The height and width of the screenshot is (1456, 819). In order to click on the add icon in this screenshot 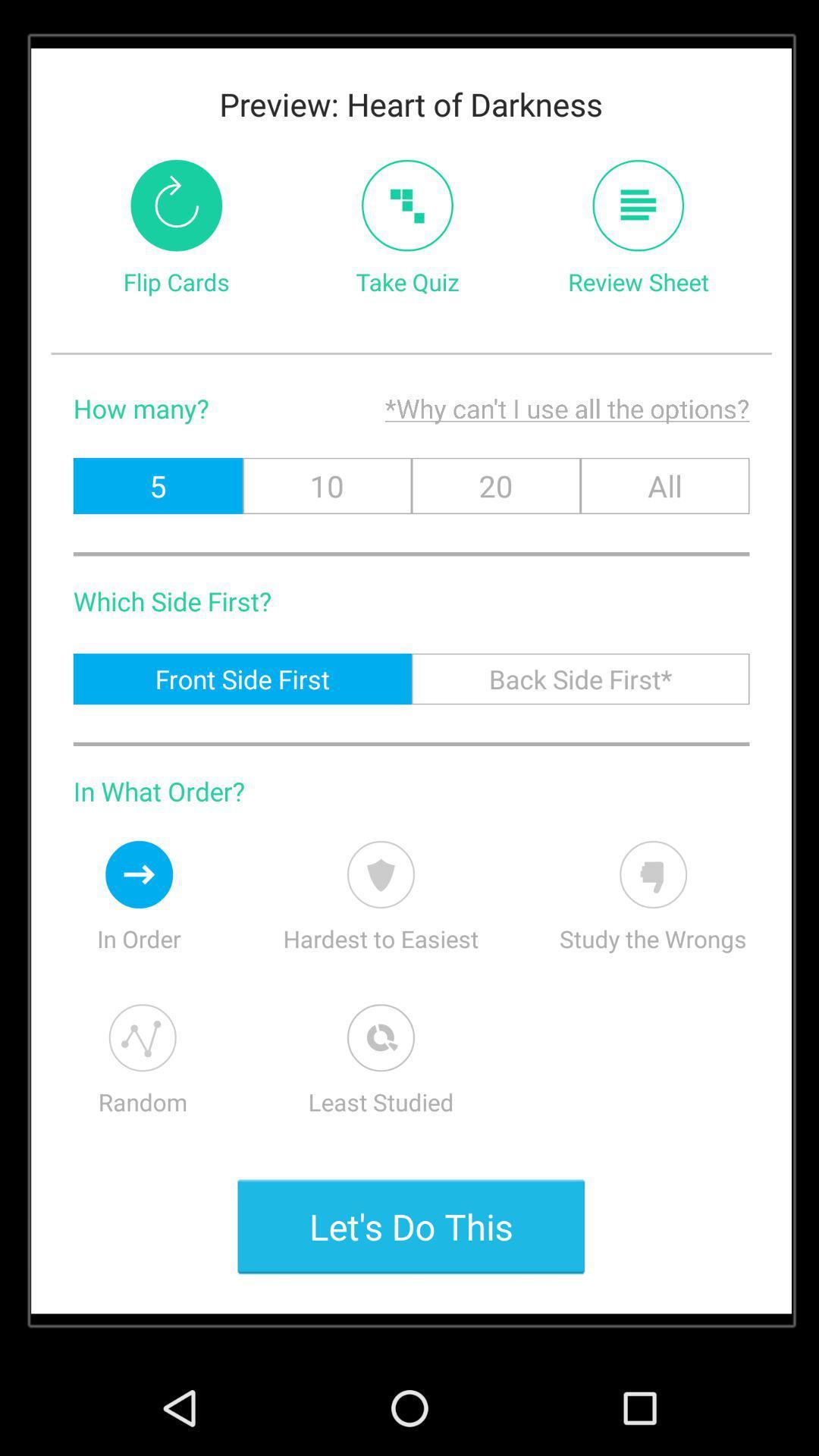, I will do `click(406, 219)`.